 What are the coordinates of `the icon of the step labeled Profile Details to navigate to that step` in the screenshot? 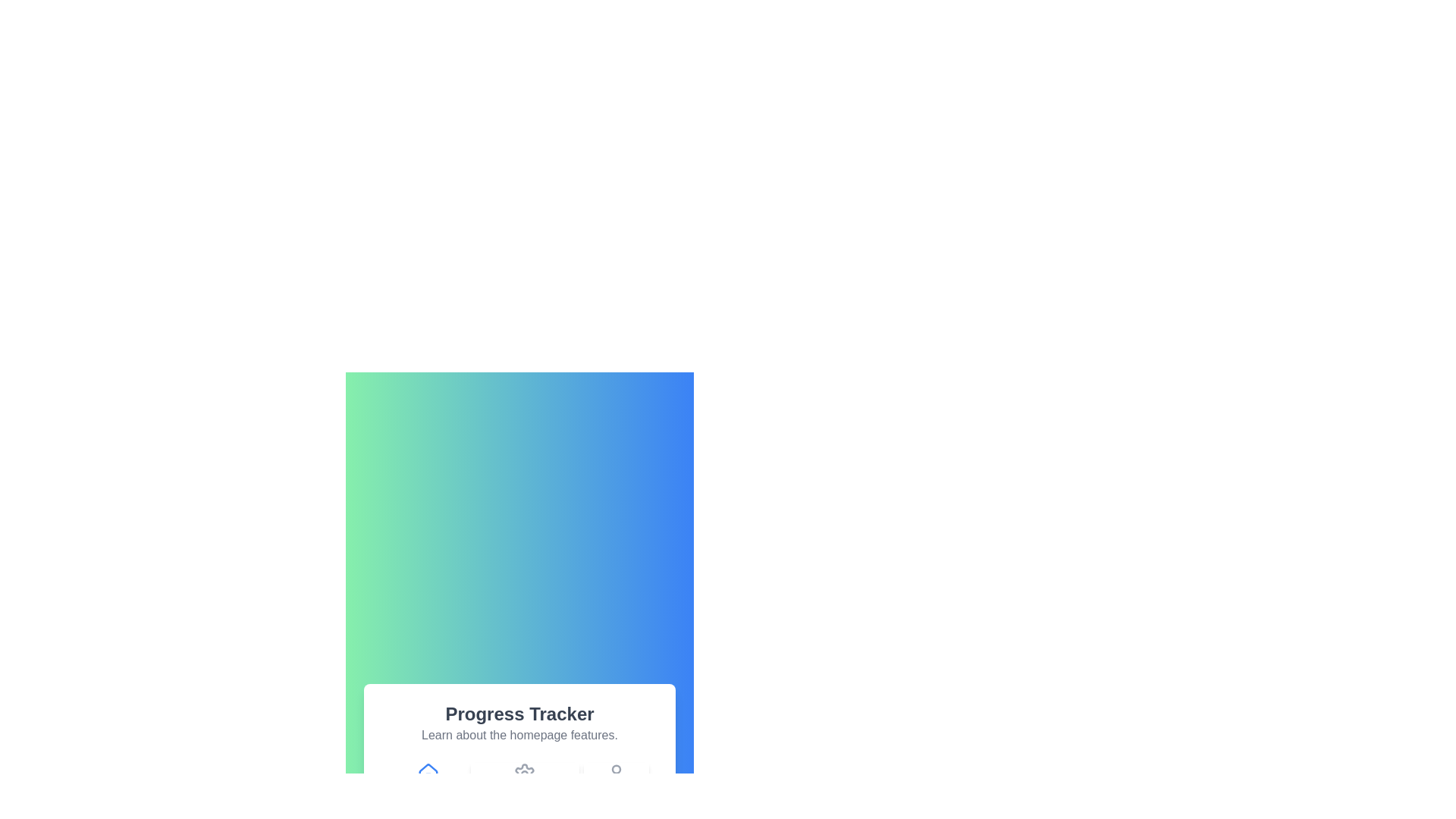 It's located at (616, 784).